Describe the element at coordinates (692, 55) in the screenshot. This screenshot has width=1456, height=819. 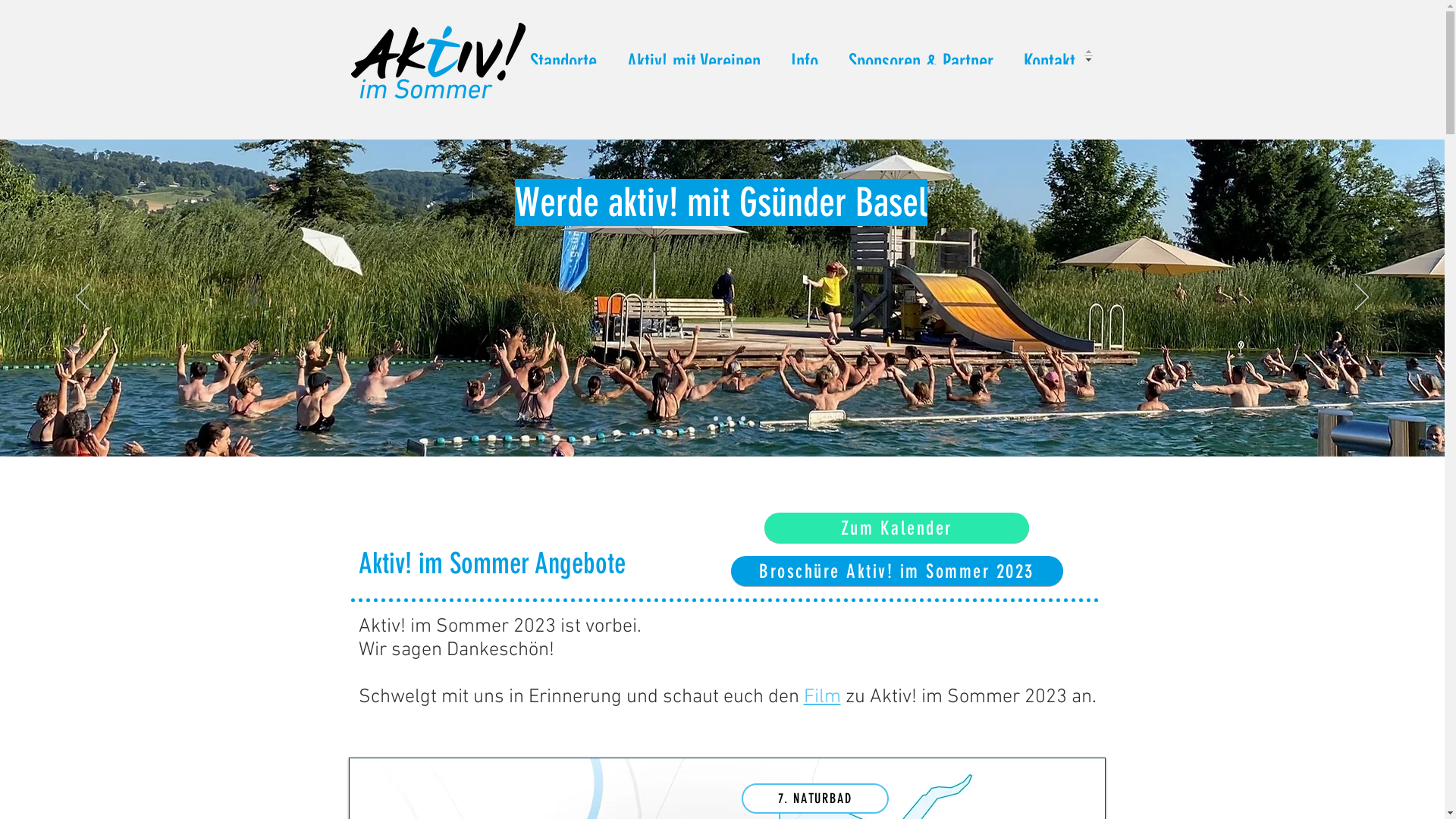
I see `'Aktiv! mit Vereinen'` at that location.